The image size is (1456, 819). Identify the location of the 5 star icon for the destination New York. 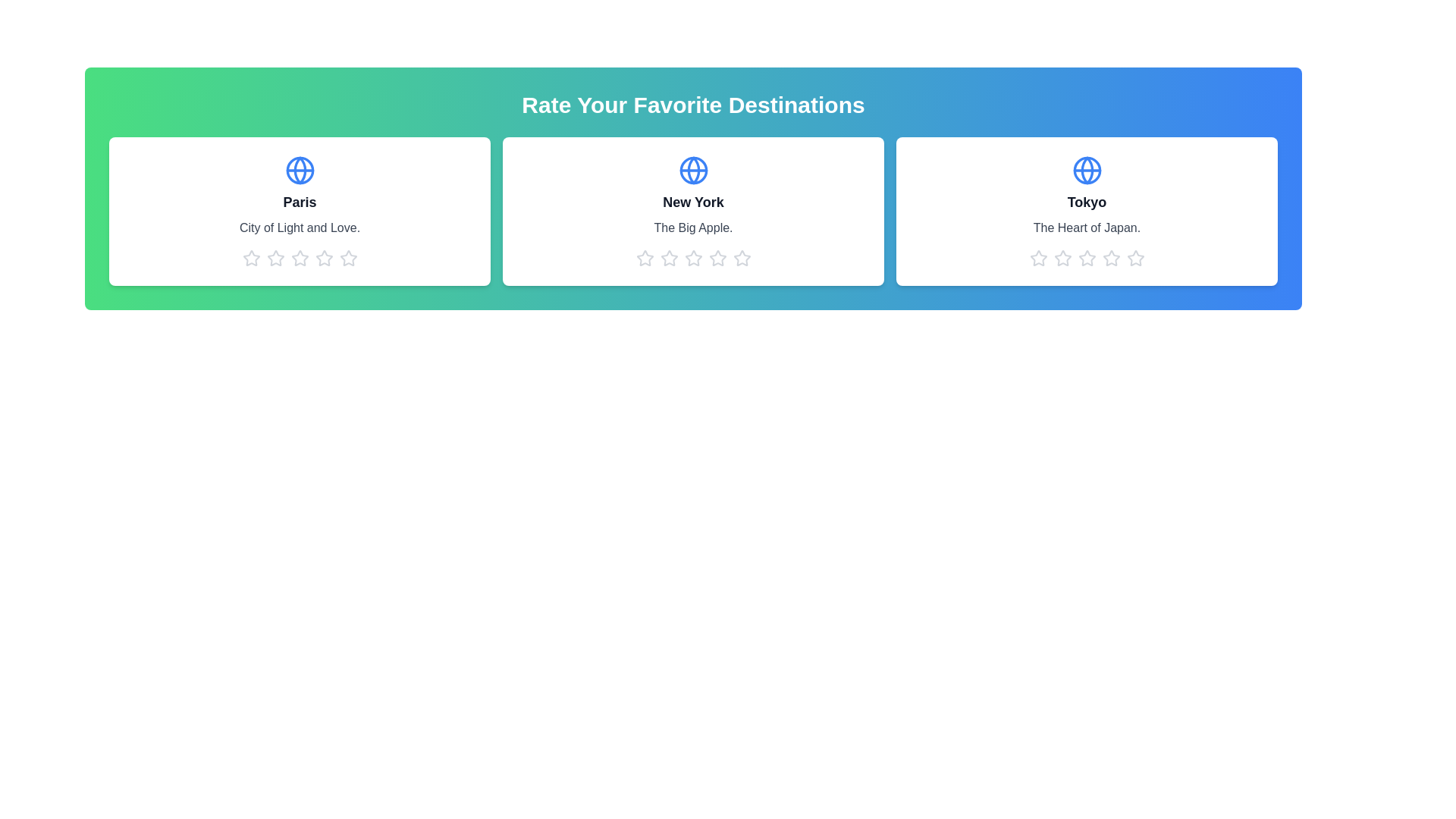
(742, 257).